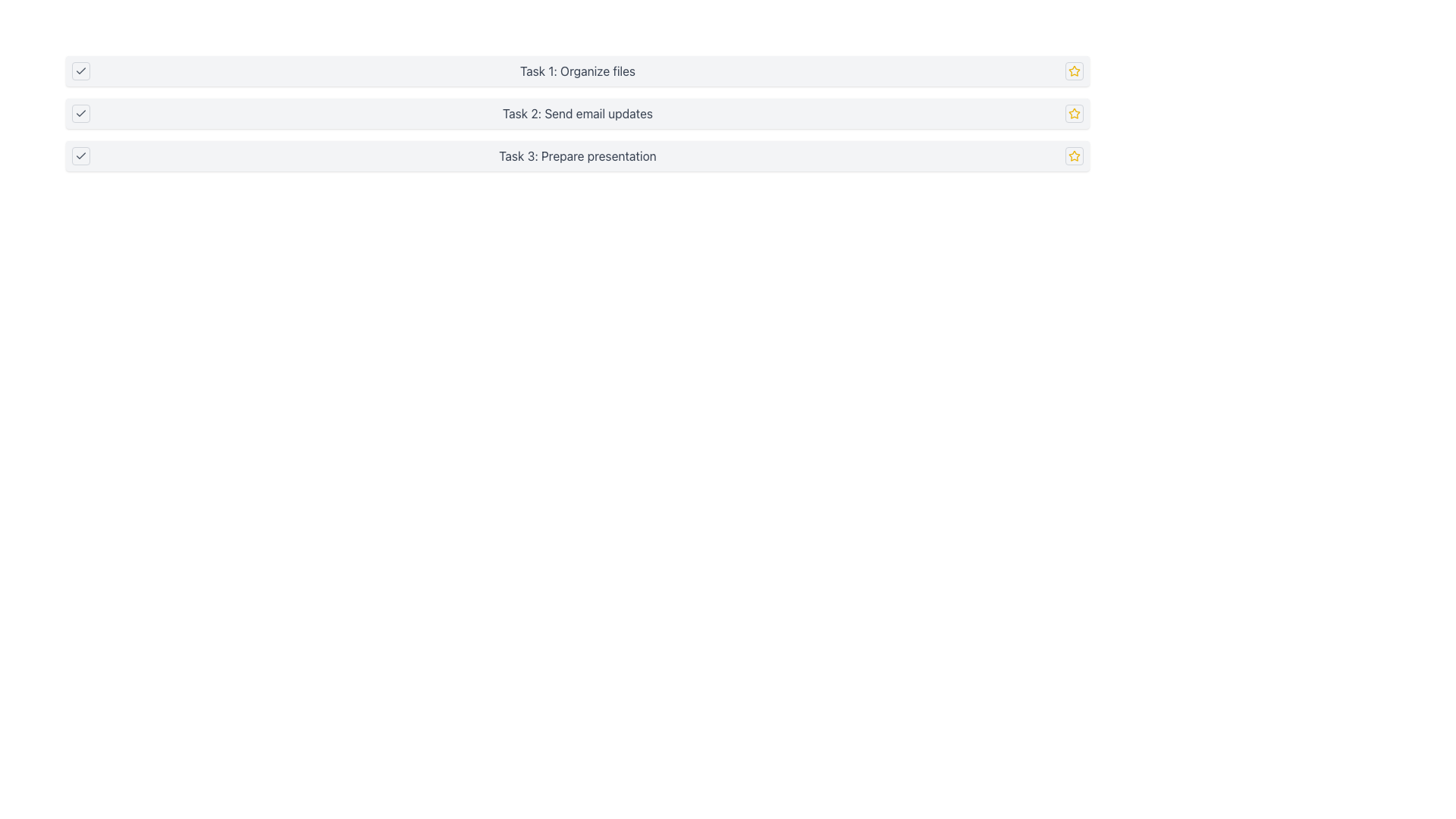 The image size is (1456, 819). I want to click on the yellow star icon located in the rightmost clickable area of the third task line associated with 'Task 3: Prepare Presentation', so click(1073, 155).